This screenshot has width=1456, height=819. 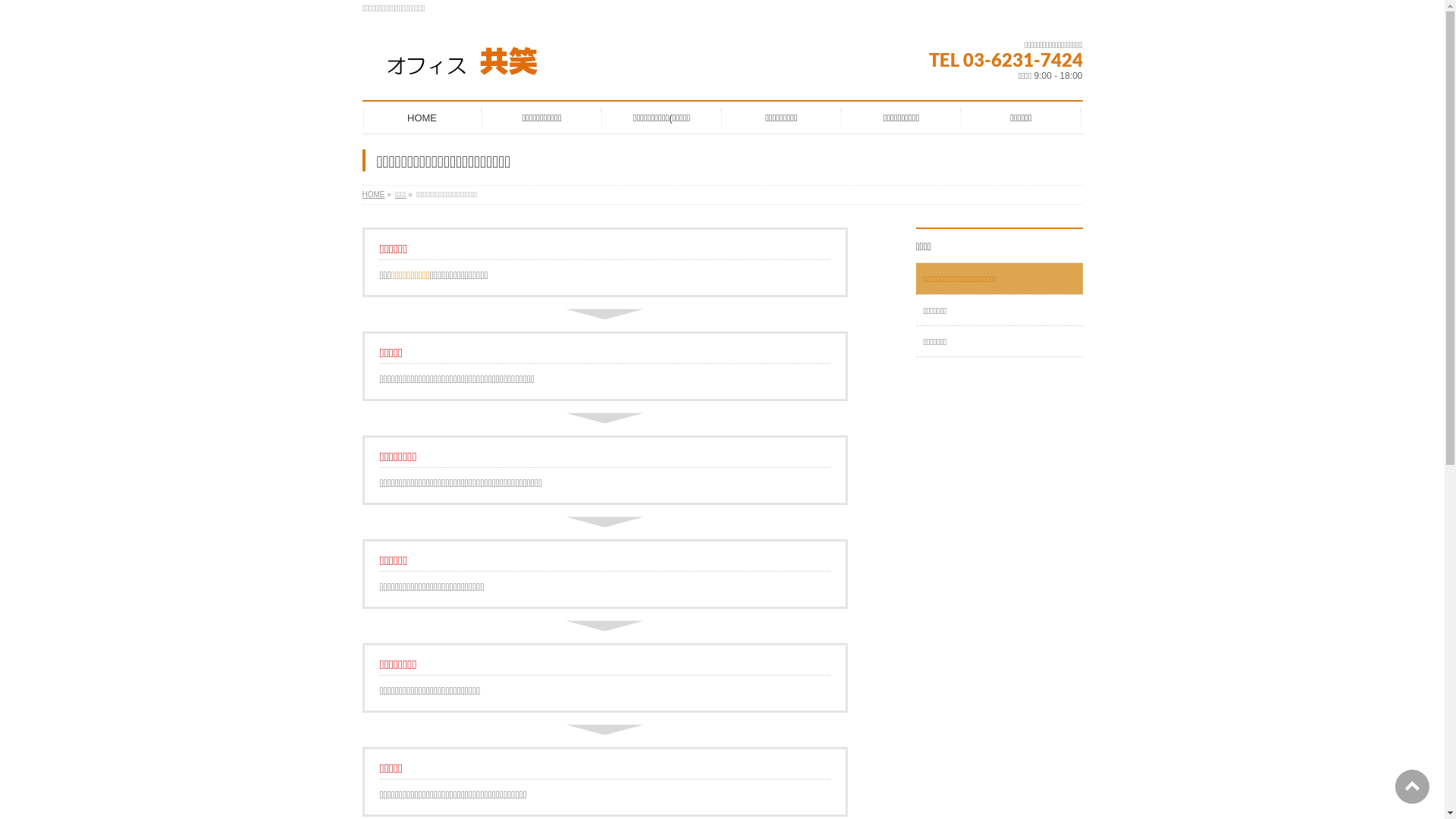 I want to click on 'HOME', so click(x=422, y=116).